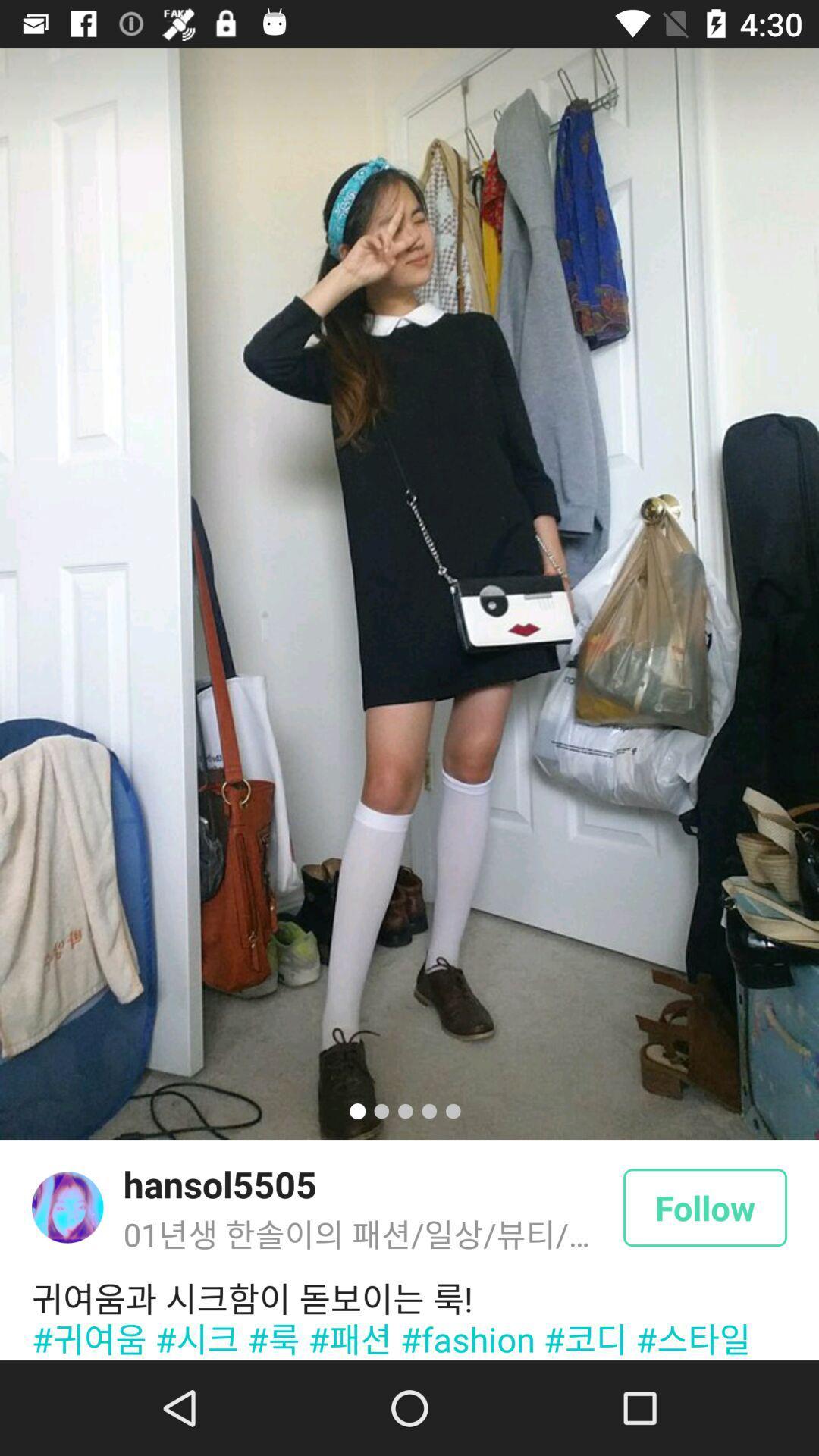 This screenshot has height=1456, width=819. What do you see at coordinates (220, 1183) in the screenshot?
I see `the icon next to follow item` at bounding box center [220, 1183].